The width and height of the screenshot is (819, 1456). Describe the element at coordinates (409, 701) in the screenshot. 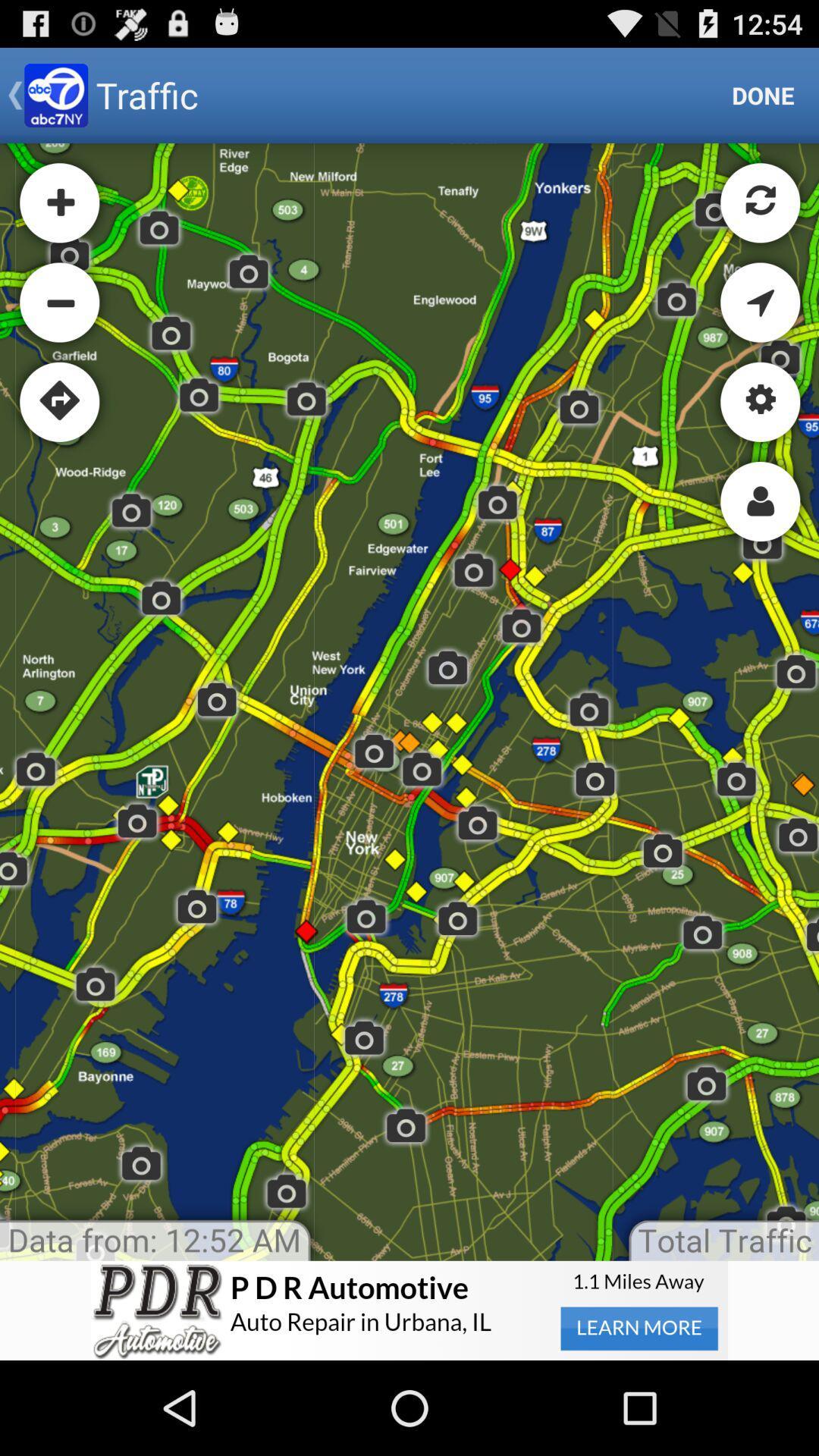

I see `google map` at that location.